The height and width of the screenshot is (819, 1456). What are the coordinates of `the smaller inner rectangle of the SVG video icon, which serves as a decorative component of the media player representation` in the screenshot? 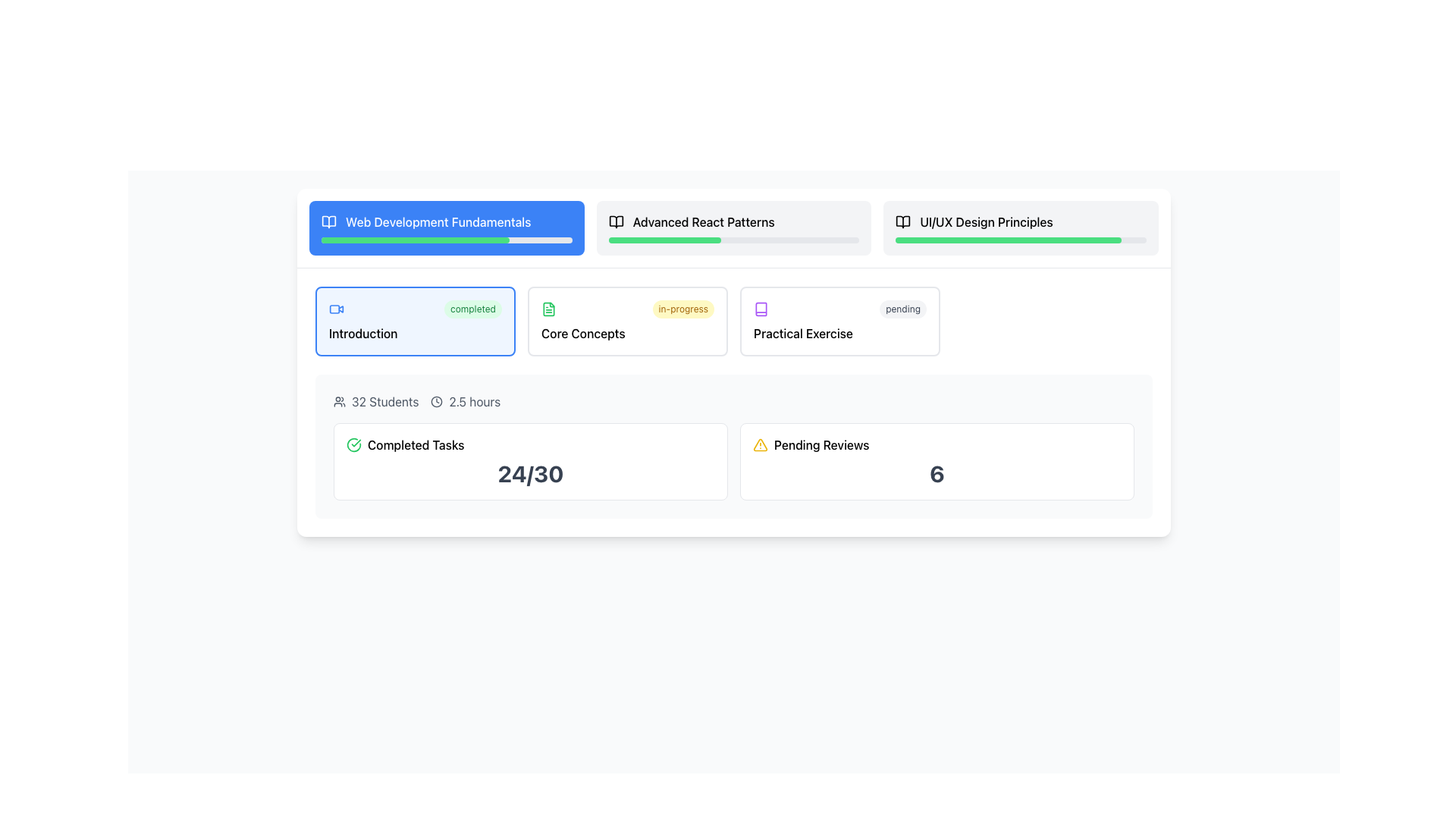 It's located at (334, 309).